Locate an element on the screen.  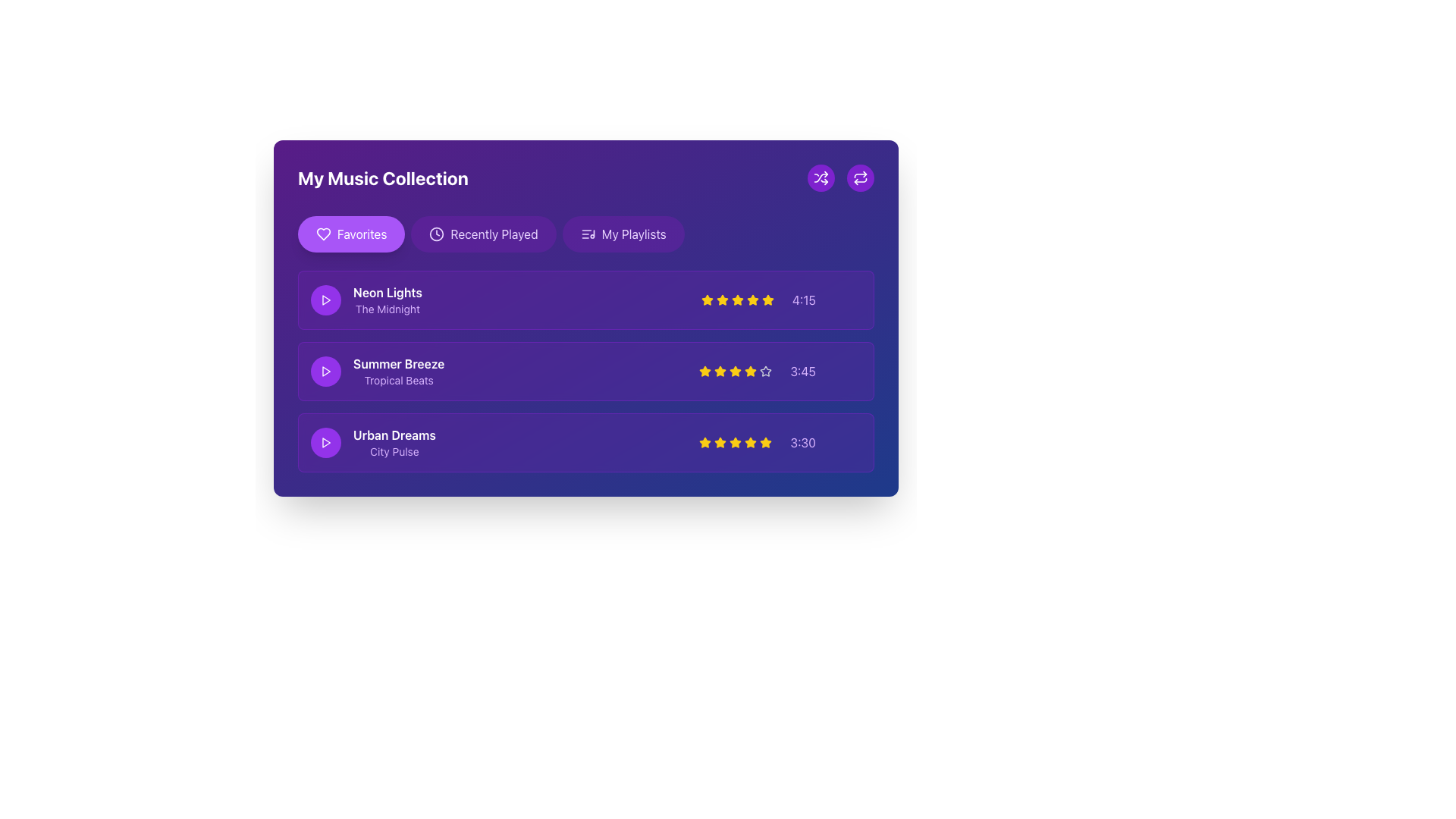
the heart icon used for marking items as favorites, located within the 'Favorites' button at the top section of the interface is located at coordinates (323, 234).